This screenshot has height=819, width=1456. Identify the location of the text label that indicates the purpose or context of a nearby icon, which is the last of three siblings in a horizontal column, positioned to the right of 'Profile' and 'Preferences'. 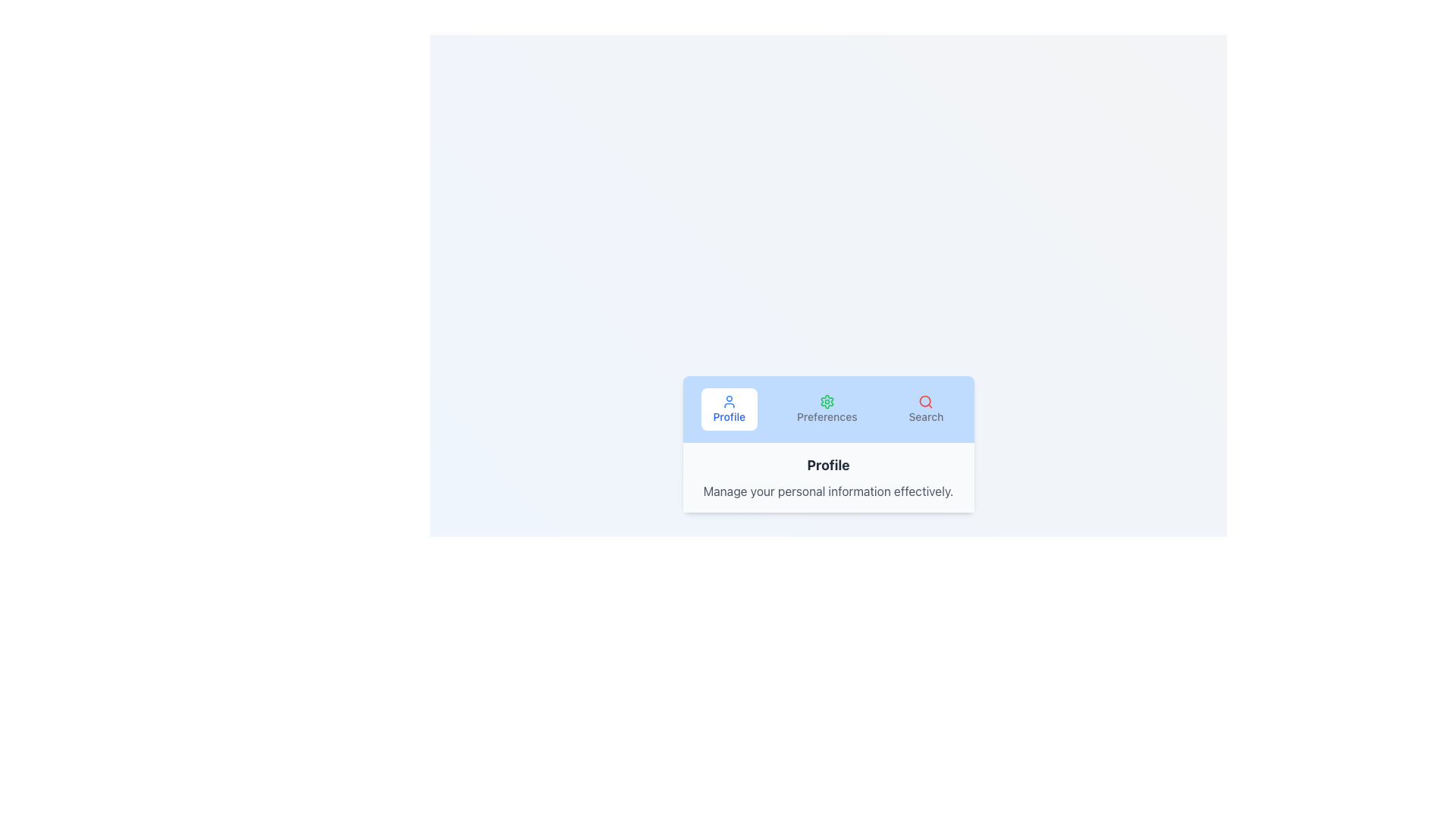
(925, 417).